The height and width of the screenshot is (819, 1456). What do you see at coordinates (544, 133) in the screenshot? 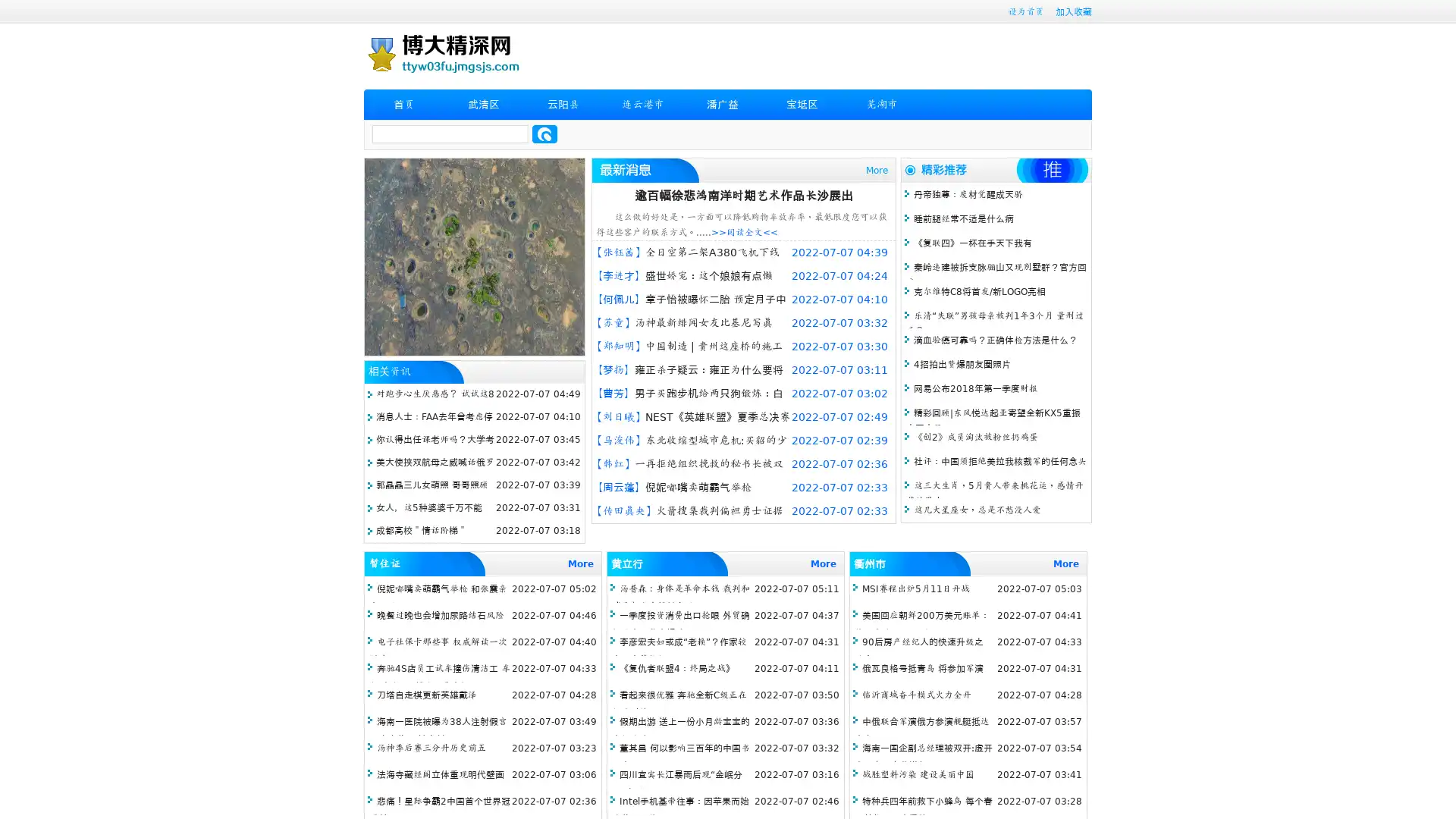
I see `Search` at bounding box center [544, 133].